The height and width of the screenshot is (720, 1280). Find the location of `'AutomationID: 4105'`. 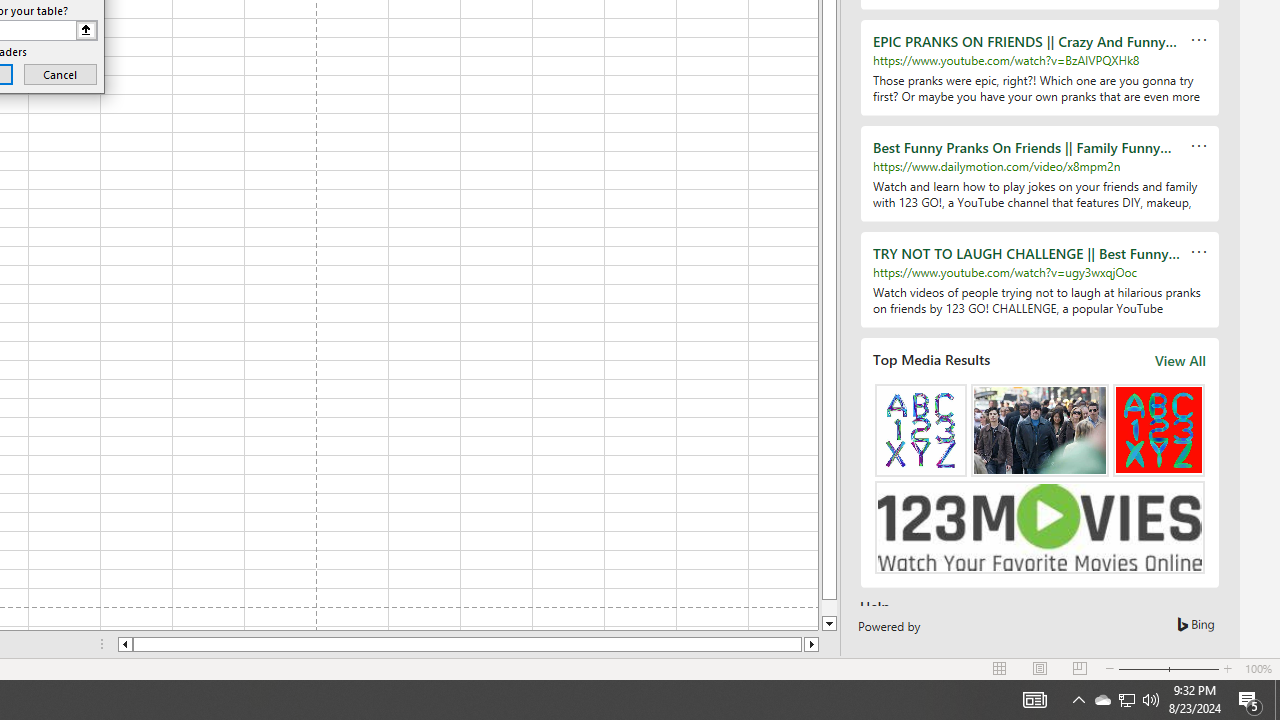

'AutomationID: 4105' is located at coordinates (1034, 698).